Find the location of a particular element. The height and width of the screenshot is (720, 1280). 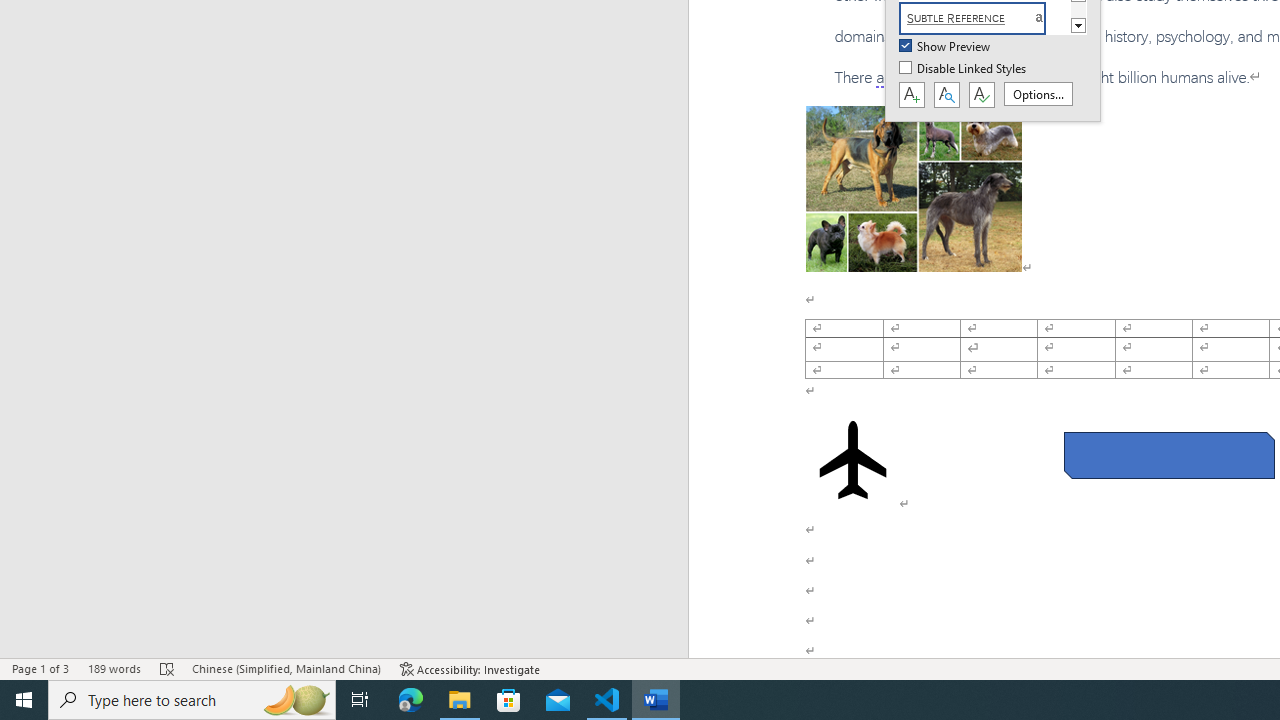

'Spelling and Grammar Check Errors' is located at coordinates (168, 669).